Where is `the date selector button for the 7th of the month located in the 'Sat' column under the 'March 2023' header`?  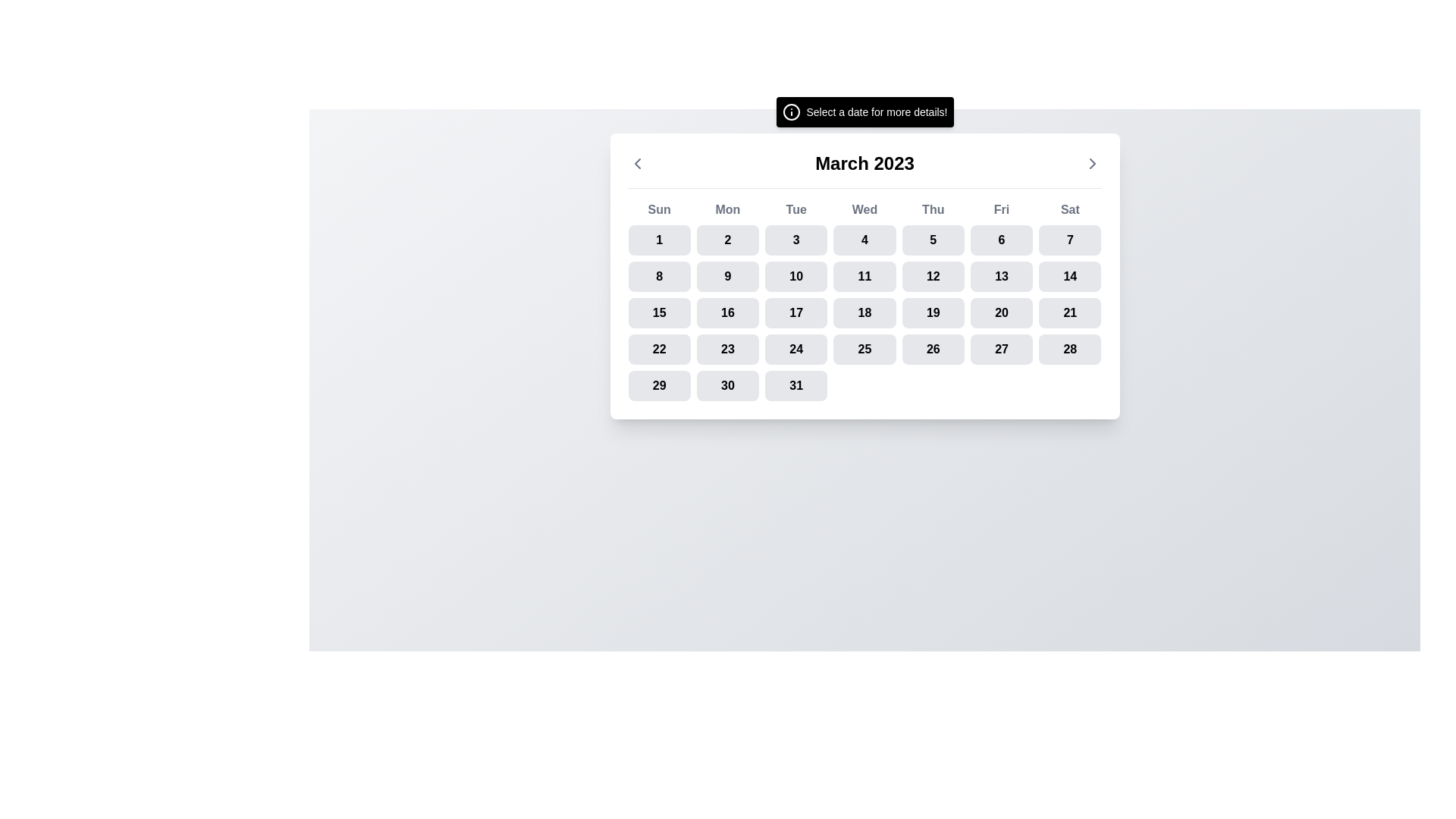 the date selector button for the 7th of the month located in the 'Sat' column under the 'March 2023' header is located at coordinates (1069, 239).